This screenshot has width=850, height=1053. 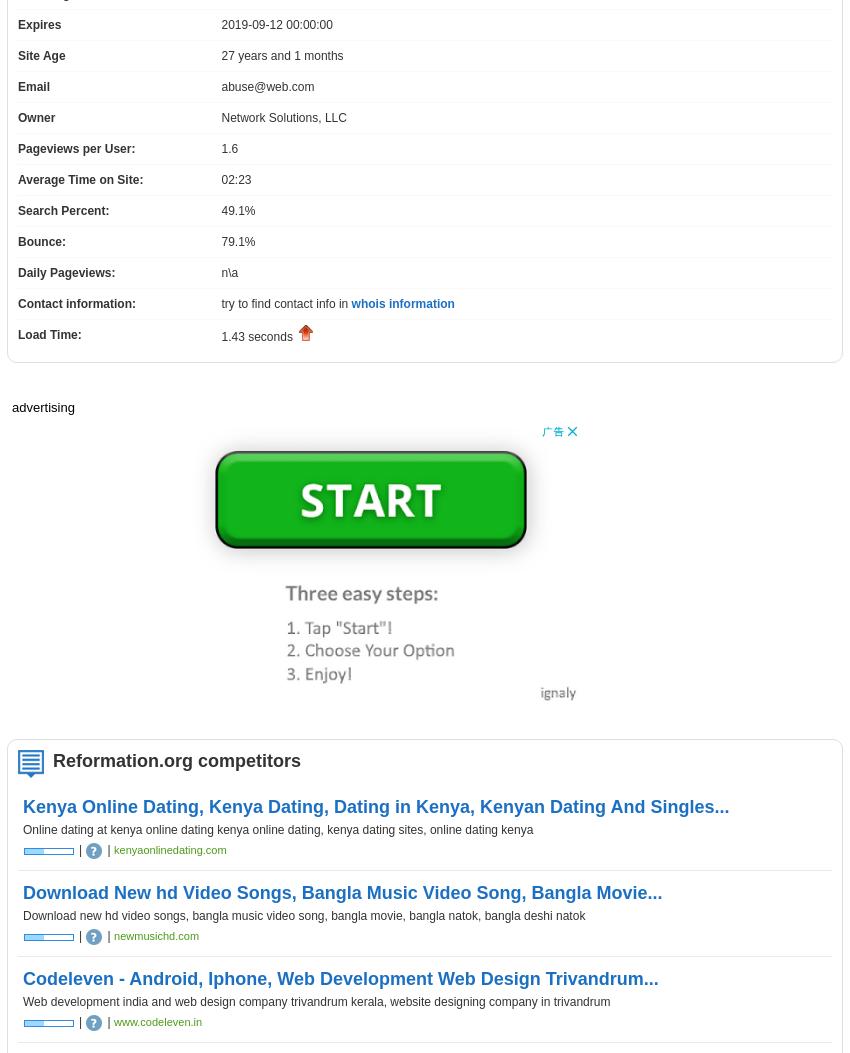 What do you see at coordinates (341, 893) in the screenshot?
I see `'Download New hd Video Songs, Bangla Music Video Song, Bangla Movie...'` at bounding box center [341, 893].